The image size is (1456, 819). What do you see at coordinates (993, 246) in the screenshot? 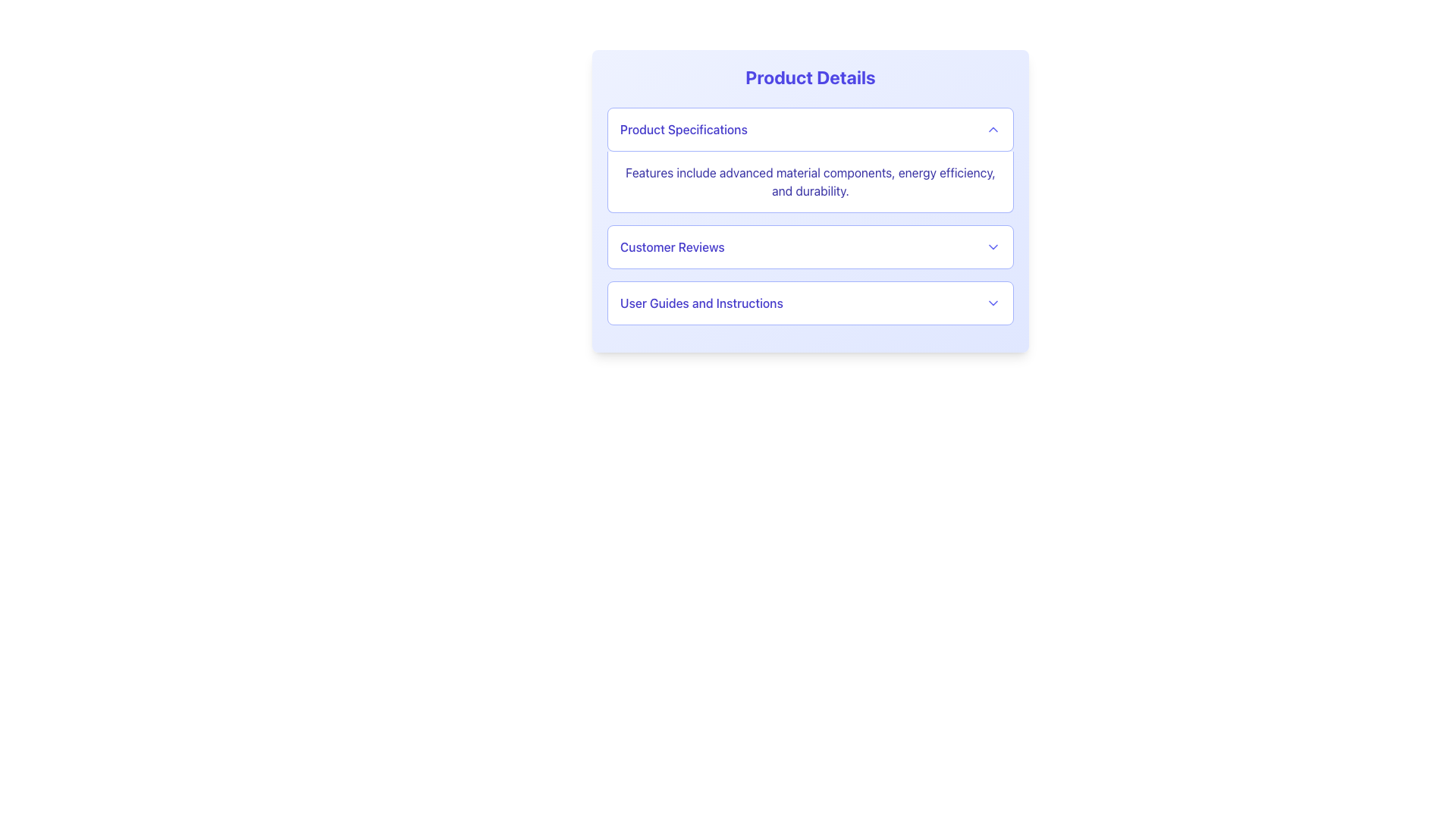
I see `the small downward-pointing chevron icon, which is indigo and located to the right of the 'Customer Reviews' text` at bounding box center [993, 246].